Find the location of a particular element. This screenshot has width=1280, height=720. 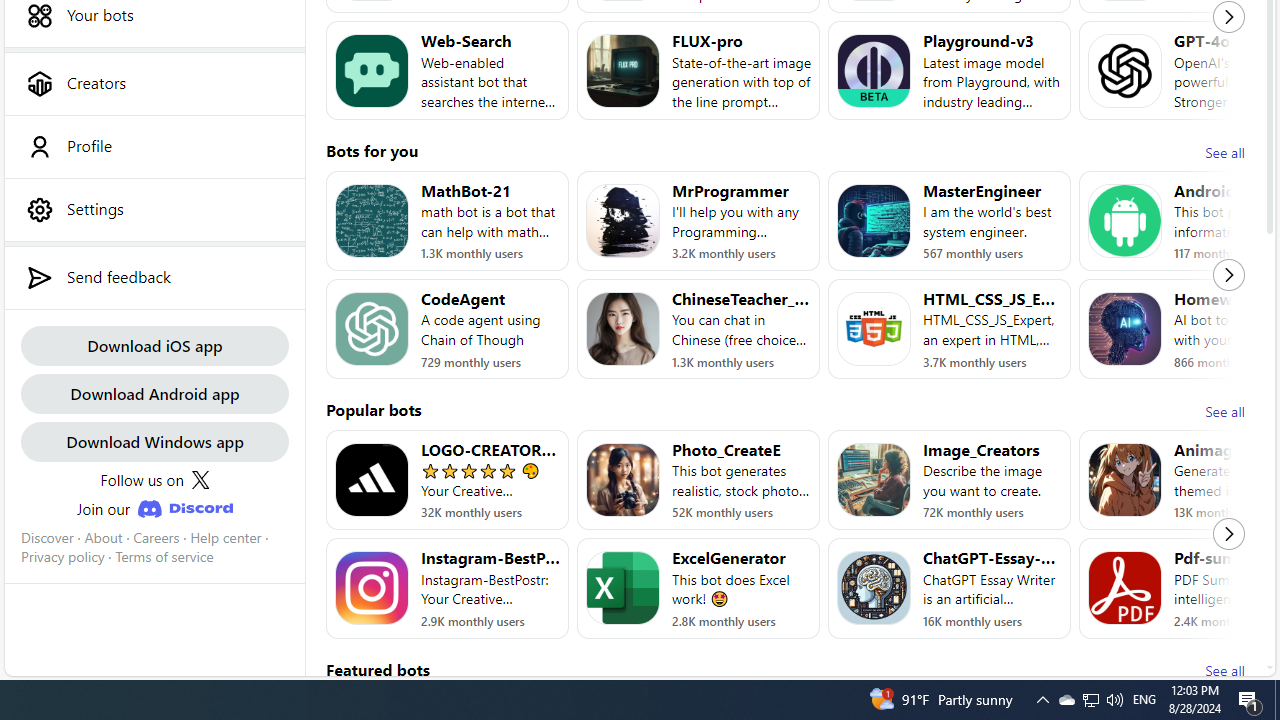

'Bot image for Image_Creators' is located at coordinates (874, 480).